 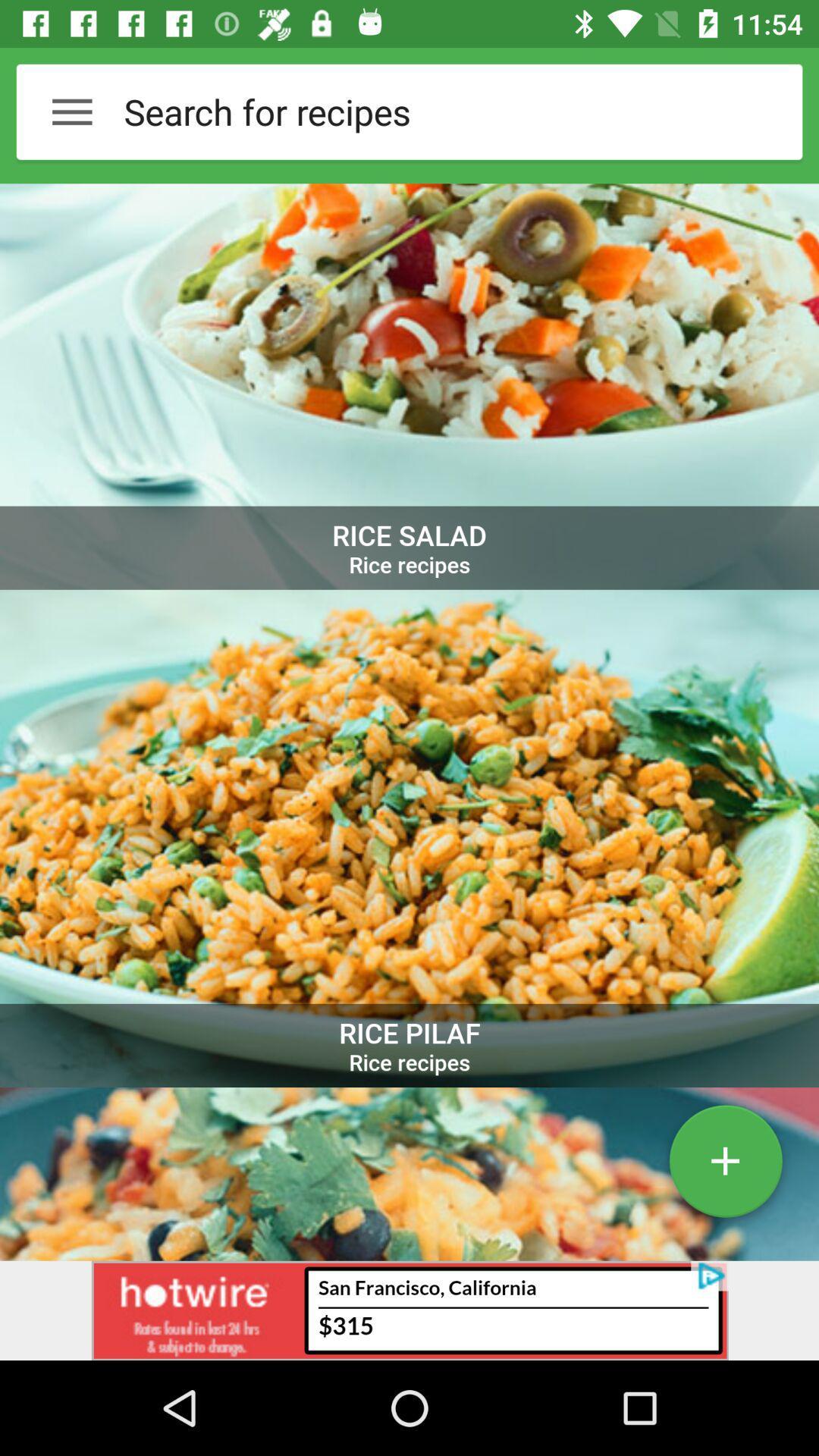 I want to click on the add icon, so click(x=724, y=1166).